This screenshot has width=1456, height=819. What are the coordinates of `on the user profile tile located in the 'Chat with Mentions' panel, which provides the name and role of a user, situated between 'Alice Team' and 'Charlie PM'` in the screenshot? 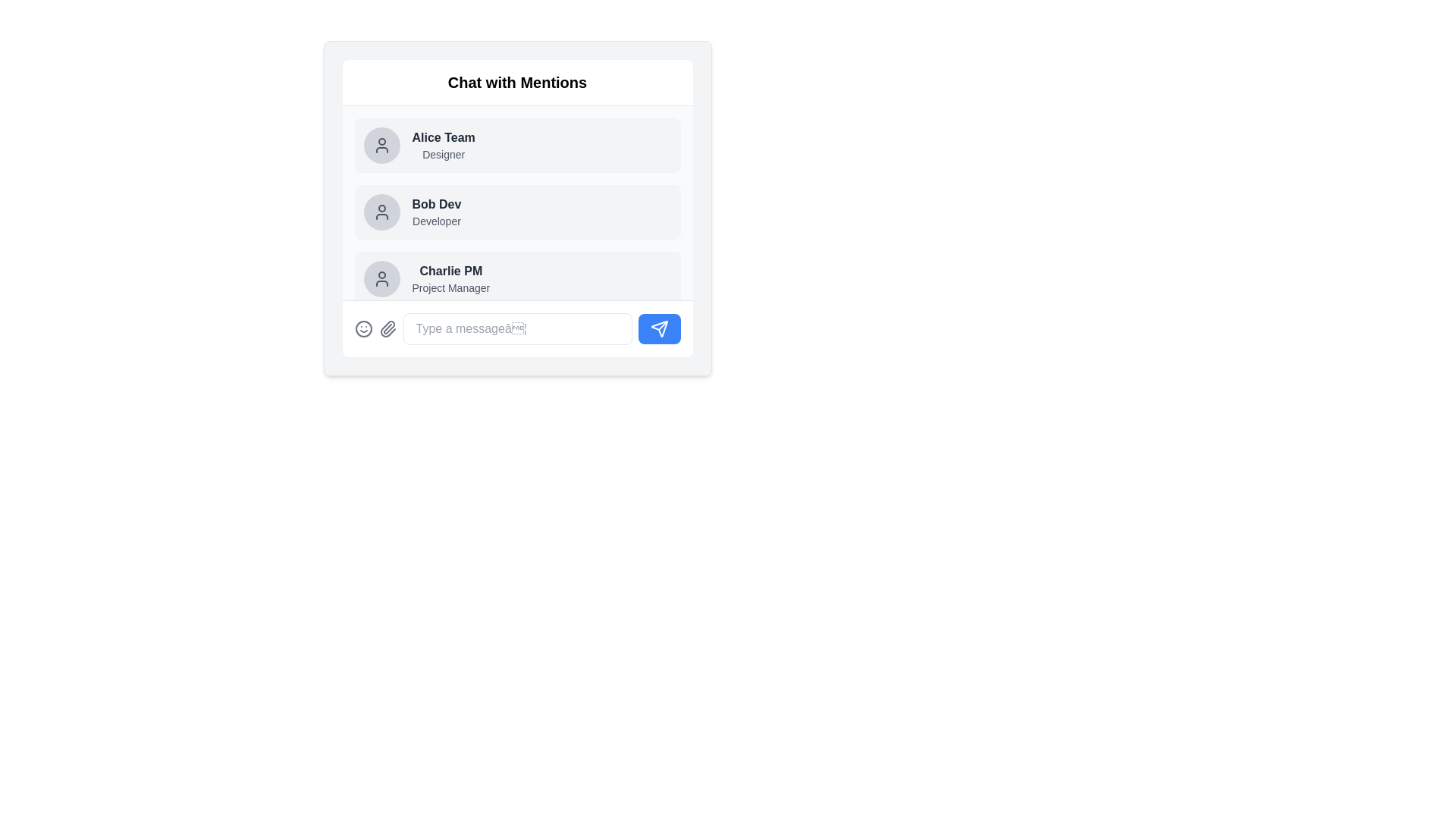 It's located at (517, 212).